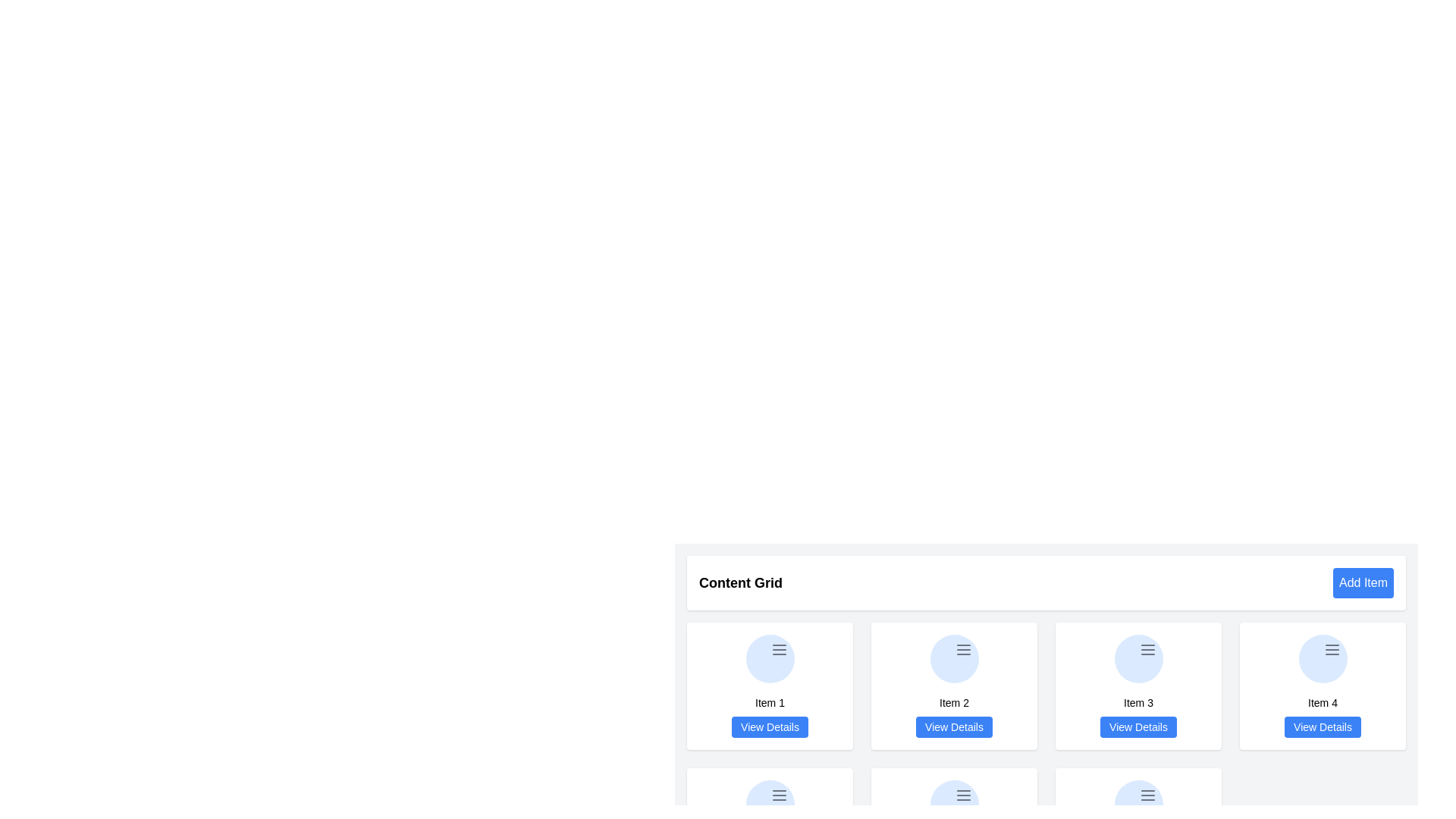 This screenshot has width=1456, height=819. Describe the element at coordinates (1147, 648) in the screenshot. I see `the Icon button (menu trigger) represented by three horizontal gray lines in the header area of the 'Item 3' card` at that location.